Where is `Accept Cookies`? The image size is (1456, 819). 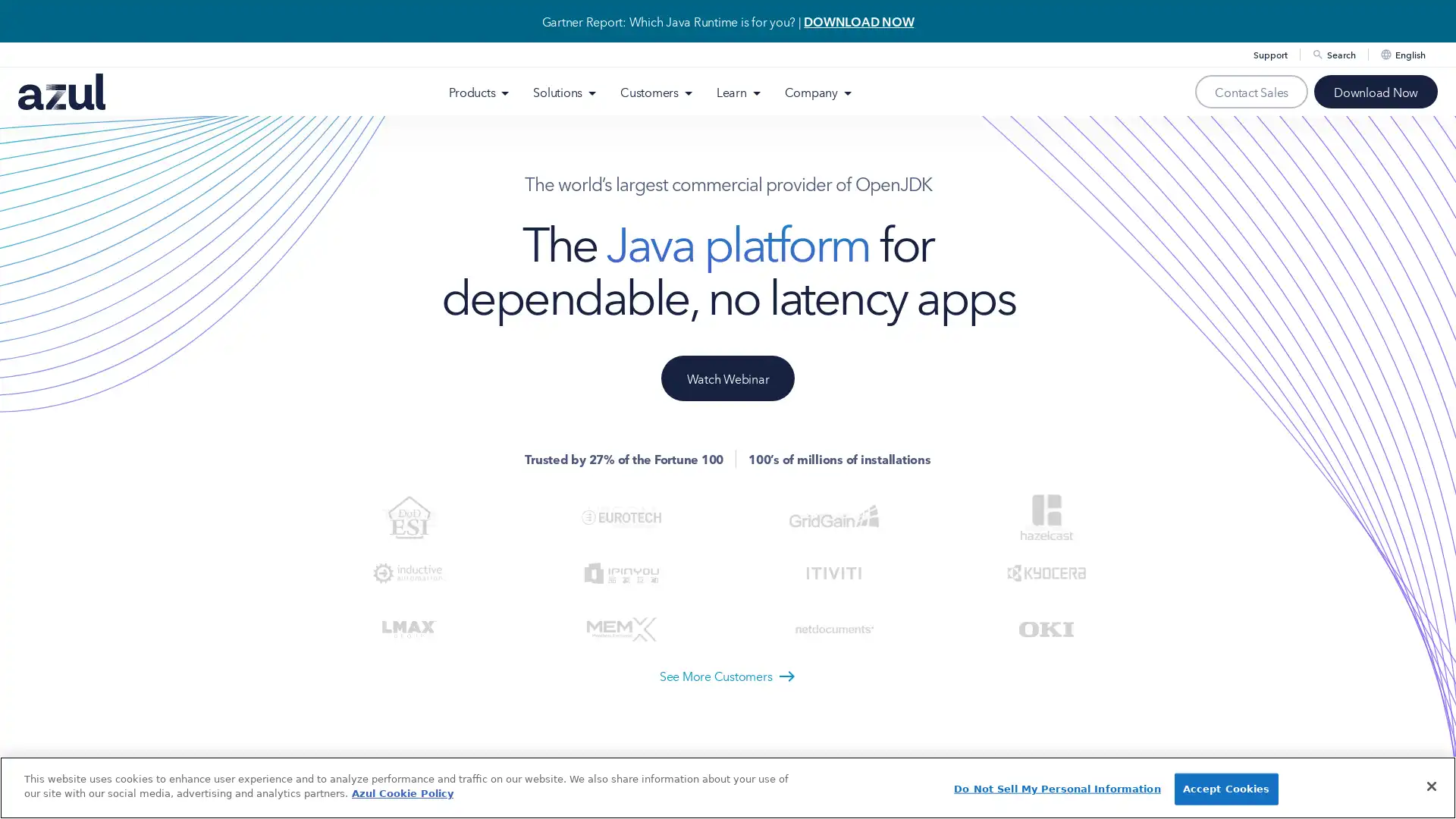
Accept Cookies is located at coordinates (1225, 788).